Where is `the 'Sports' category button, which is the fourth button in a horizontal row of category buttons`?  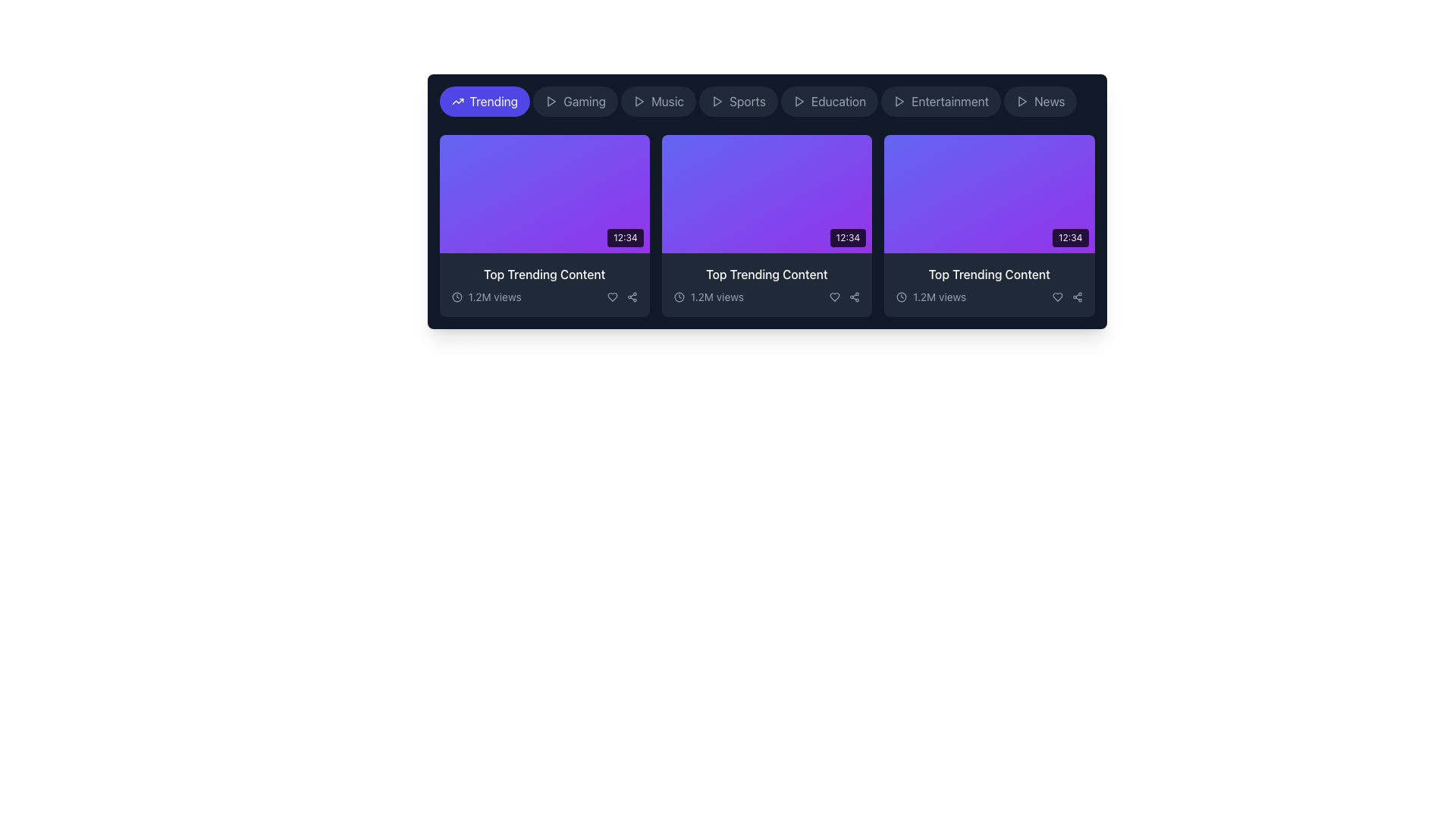 the 'Sports' category button, which is the fourth button in a horizontal row of category buttons is located at coordinates (739, 102).